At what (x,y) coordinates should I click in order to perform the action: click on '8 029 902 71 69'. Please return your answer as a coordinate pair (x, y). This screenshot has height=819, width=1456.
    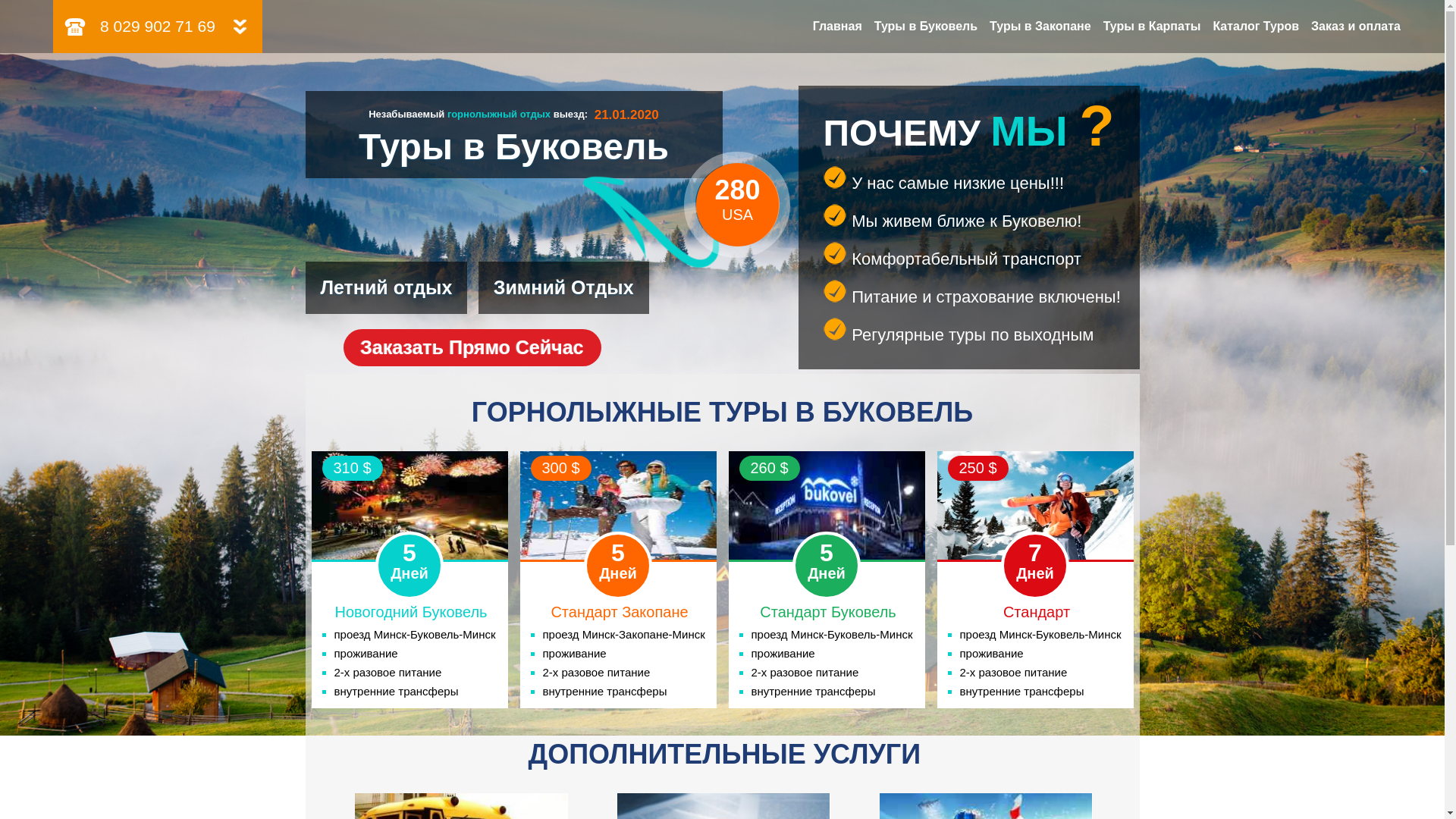
    Looking at the image, I should click on (157, 26).